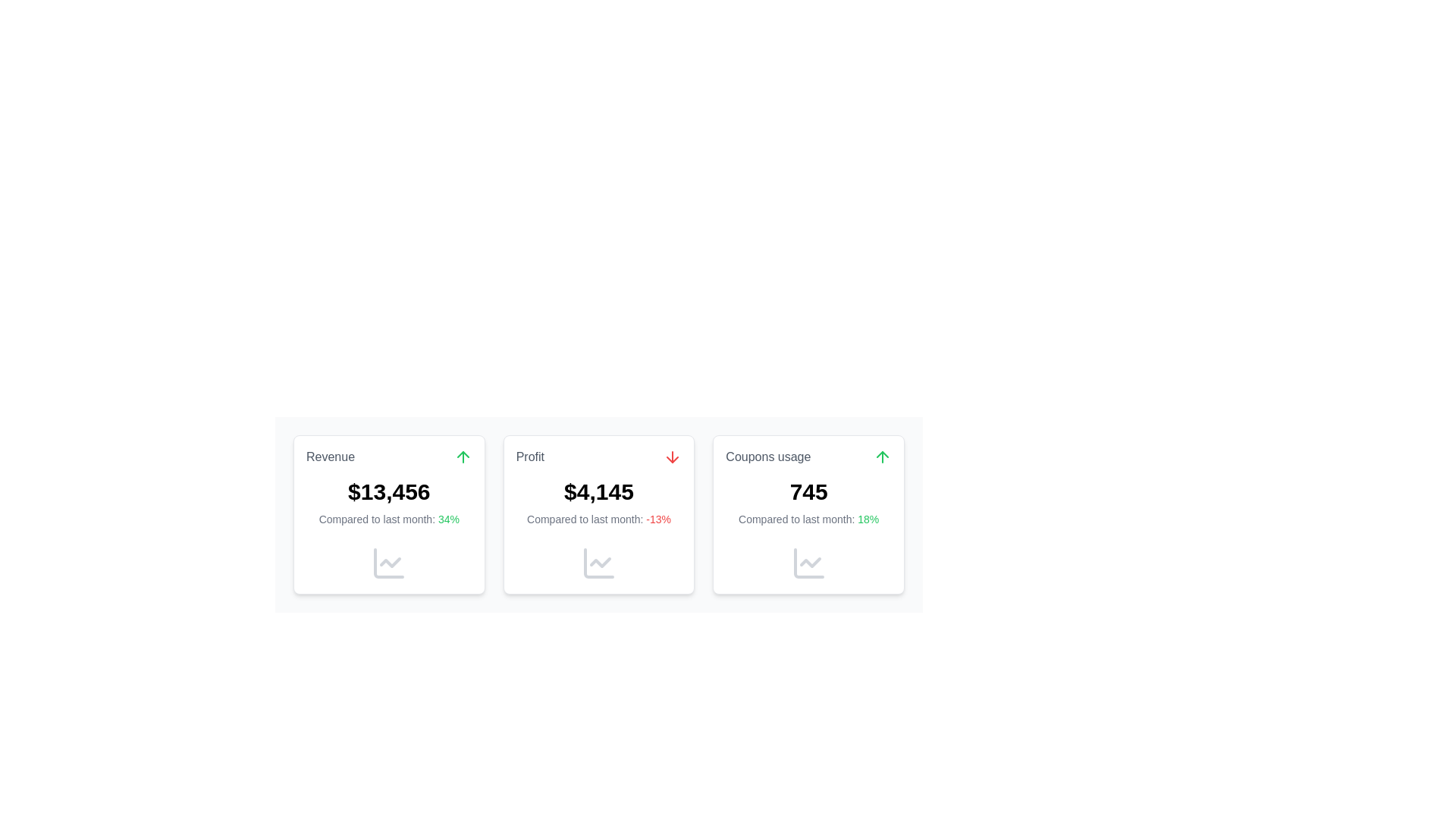 Image resolution: width=1456 pixels, height=819 pixels. I want to click on the text element displaying 'Compared to last month: 34%' which is styled in green and bold, located beneath the monetary value of $13,456 in the 'Revenue' card layout, so click(389, 519).